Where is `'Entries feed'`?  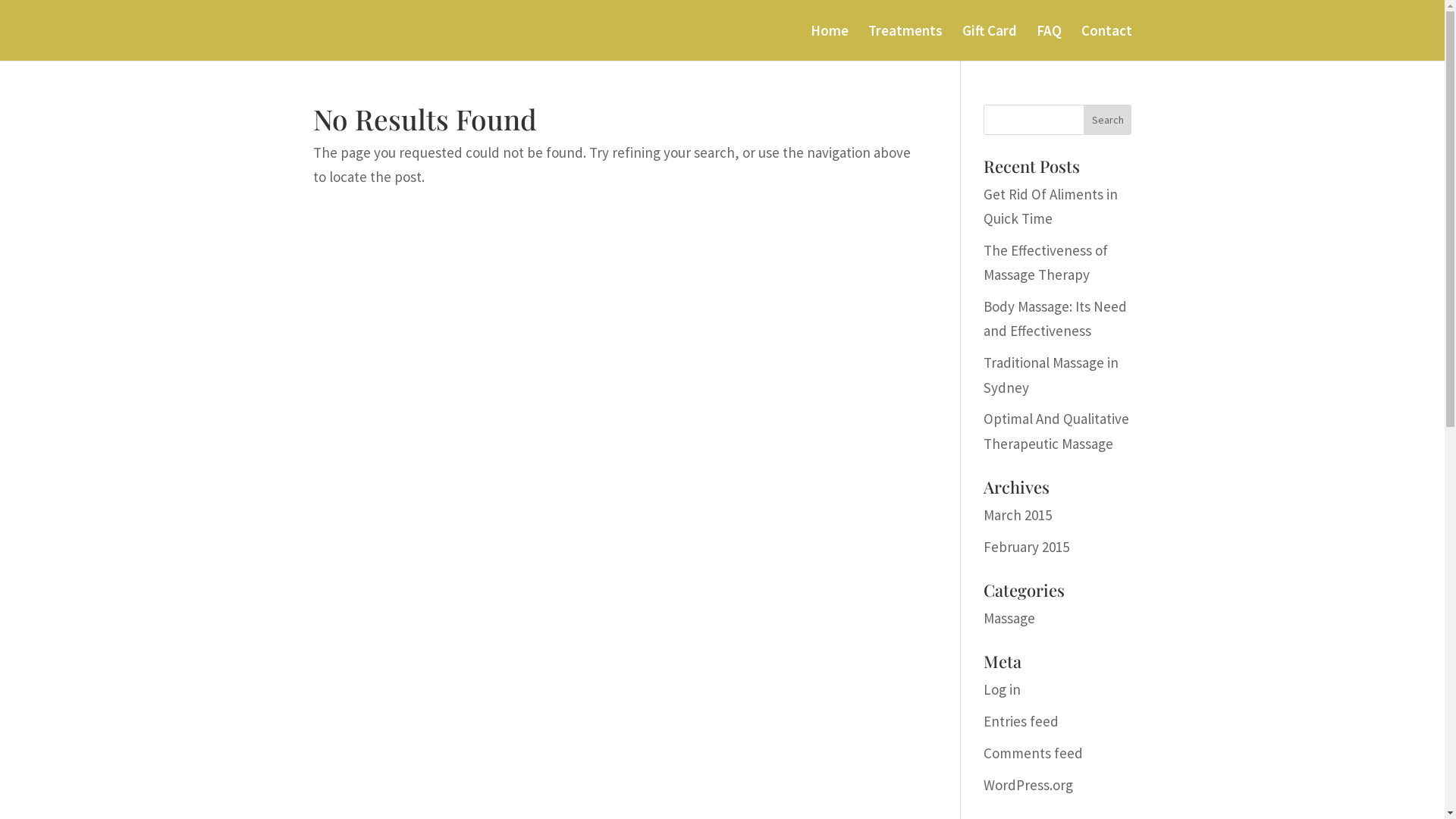 'Entries feed' is located at coordinates (1021, 720).